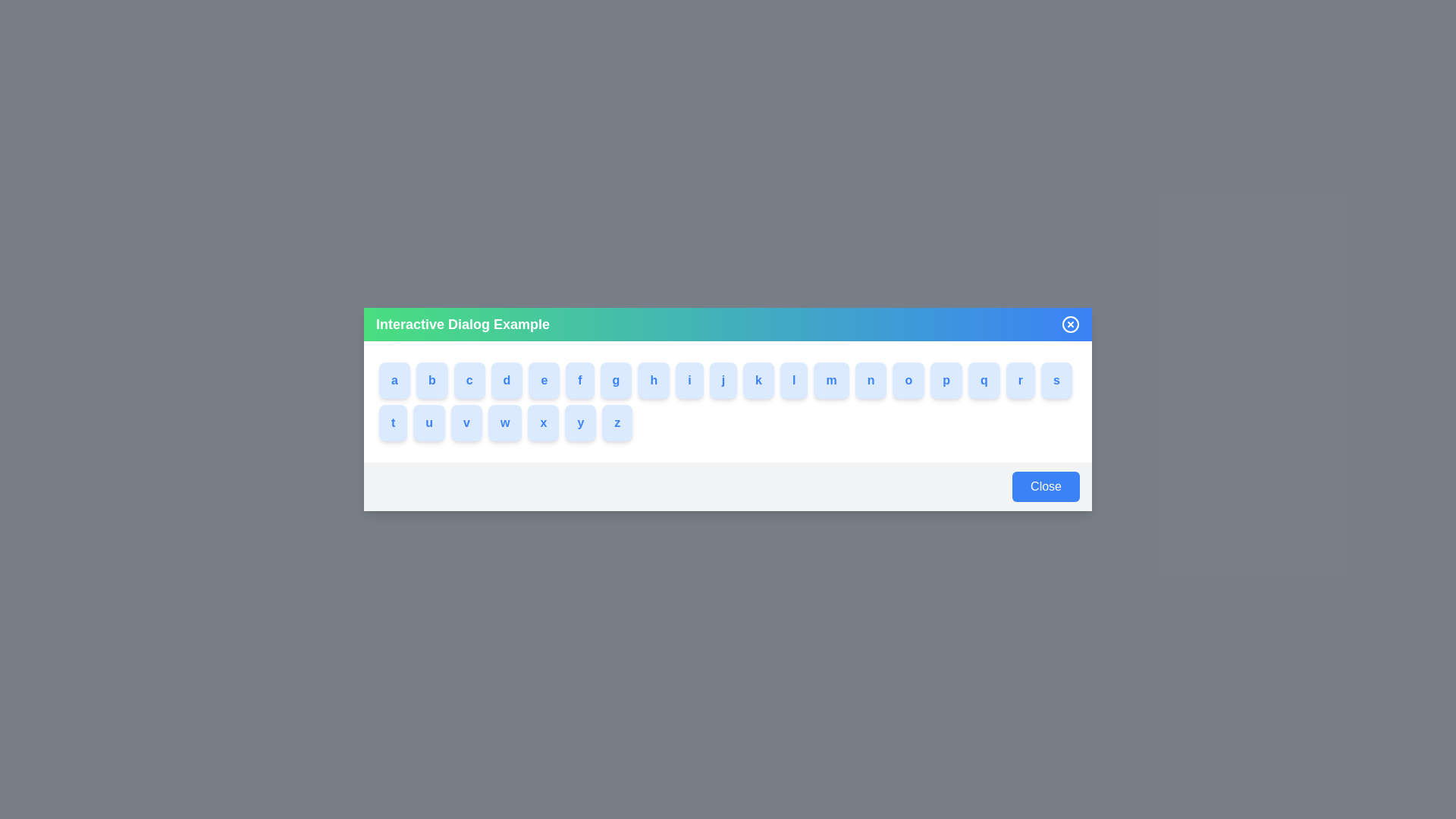 This screenshot has width=1456, height=819. Describe the element at coordinates (582, 423) in the screenshot. I see `the button labeled with y` at that location.